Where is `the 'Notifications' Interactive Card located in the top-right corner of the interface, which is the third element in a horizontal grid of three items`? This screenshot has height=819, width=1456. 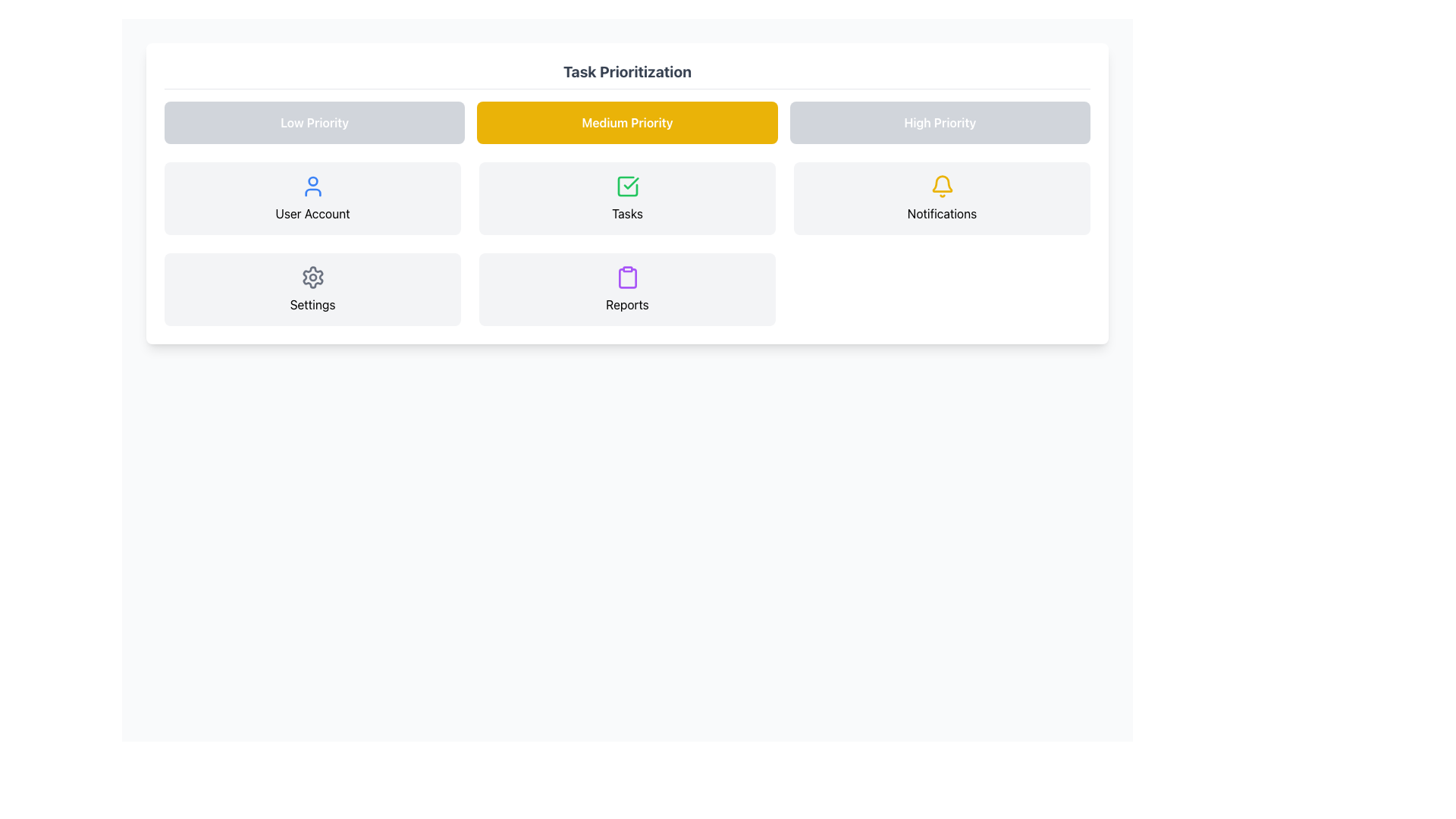
the 'Notifications' Interactive Card located in the top-right corner of the interface, which is the third element in a horizontal grid of three items is located at coordinates (941, 198).